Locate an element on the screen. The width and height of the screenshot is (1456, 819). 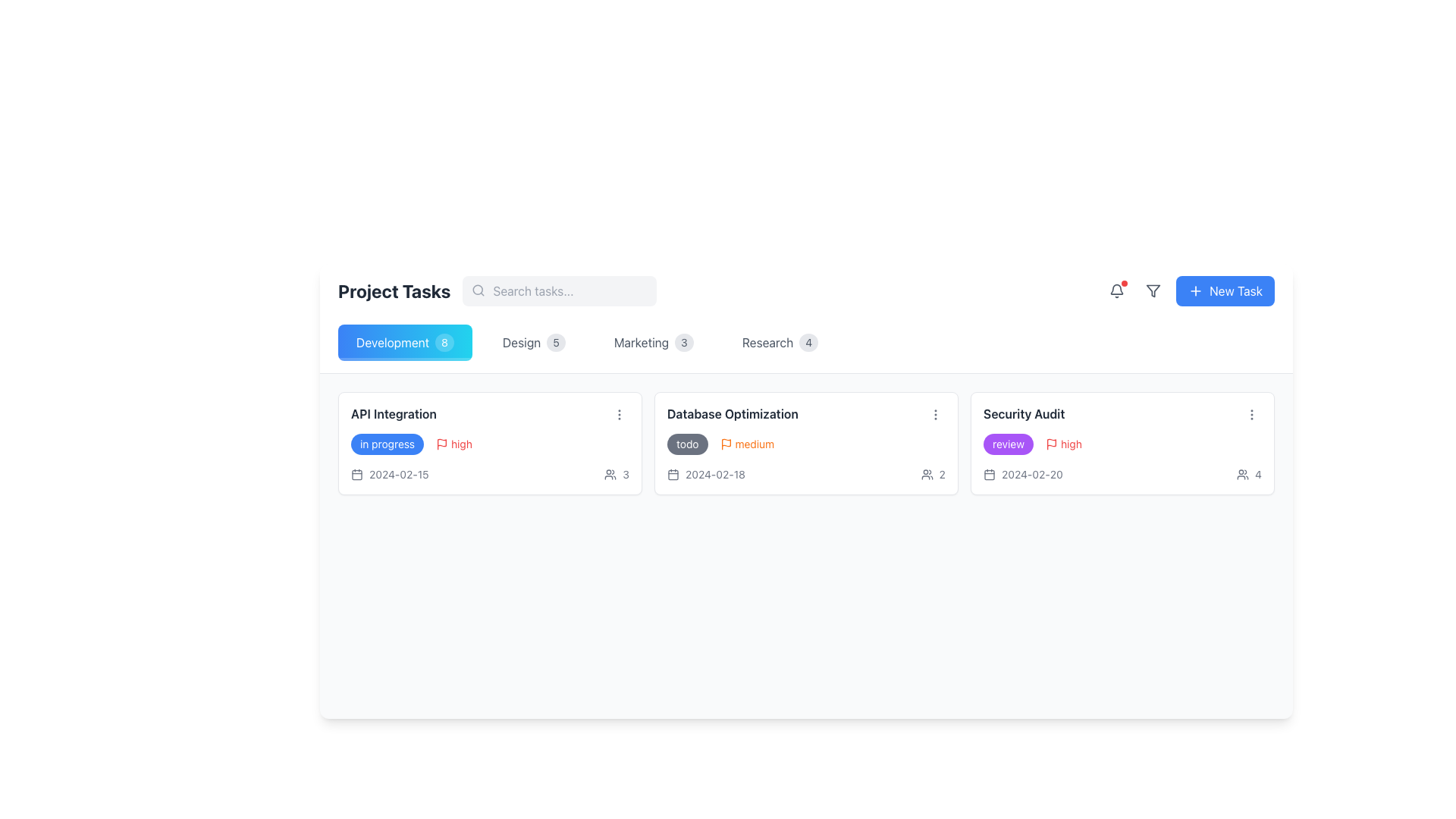
the 'Development' text label is located at coordinates (393, 342).